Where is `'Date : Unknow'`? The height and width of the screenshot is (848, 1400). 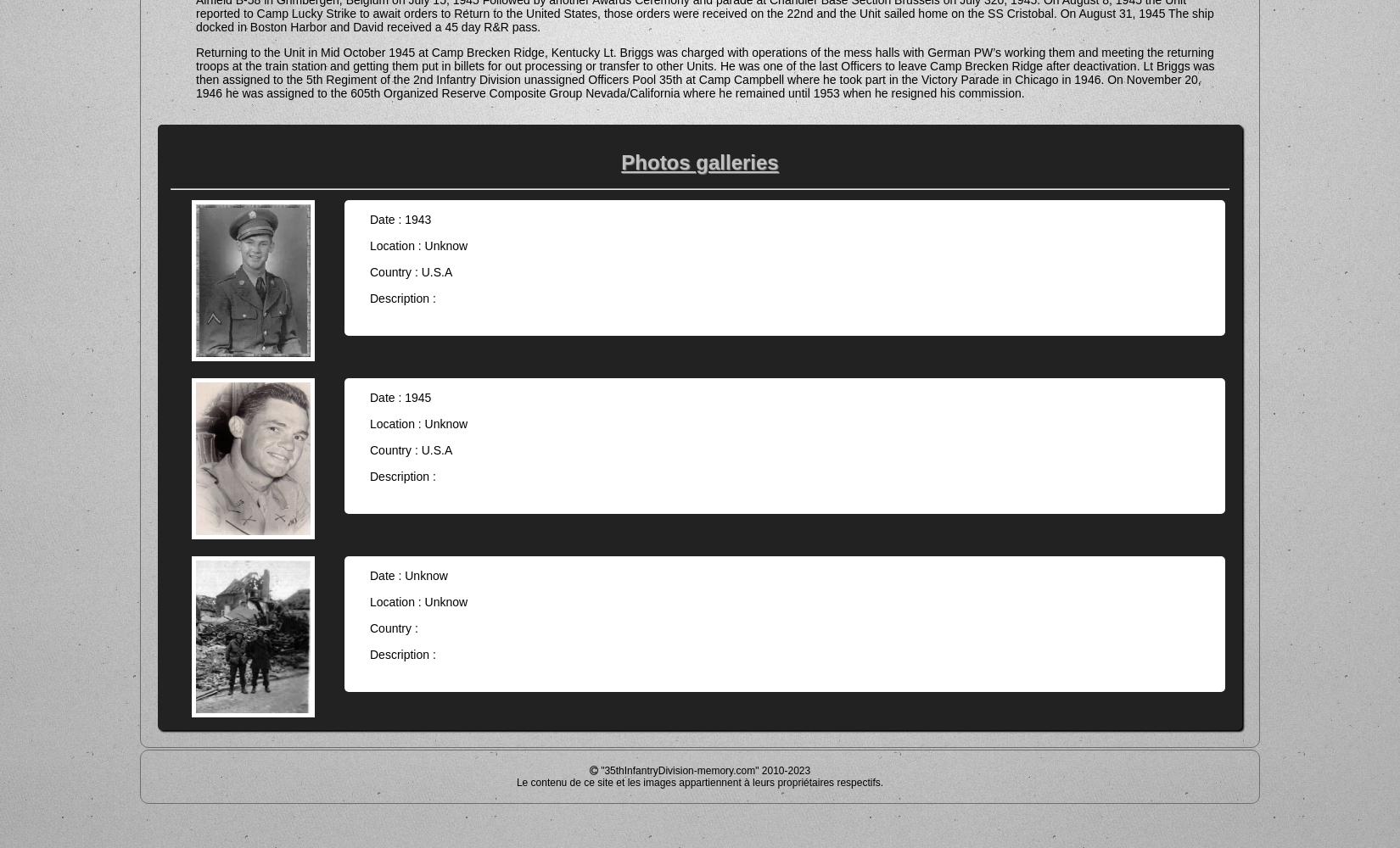 'Date : Unknow' is located at coordinates (407, 575).